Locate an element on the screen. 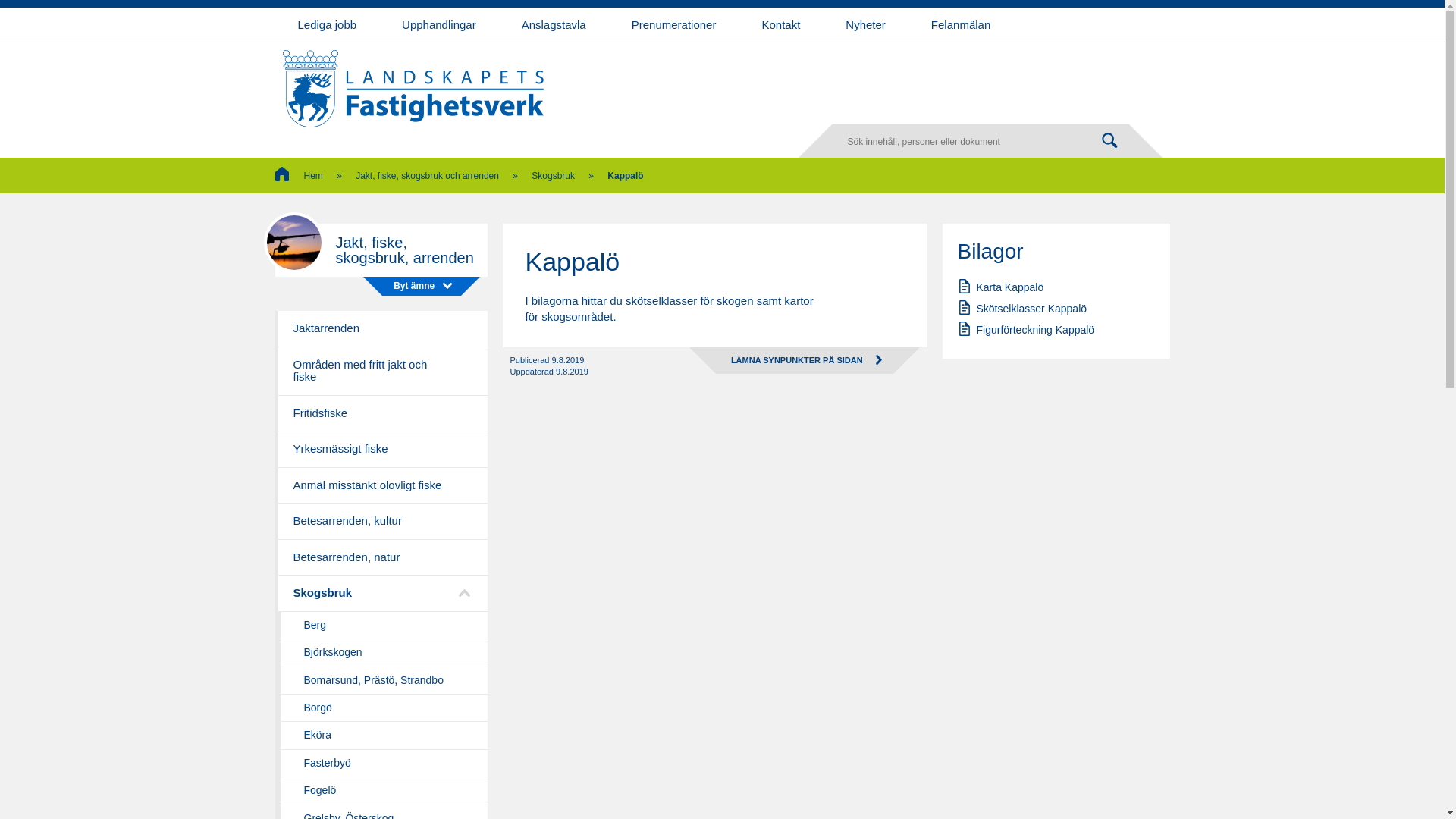 The width and height of the screenshot is (1456, 819). 'Lediga jobb' is located at coordinates (326, 24).